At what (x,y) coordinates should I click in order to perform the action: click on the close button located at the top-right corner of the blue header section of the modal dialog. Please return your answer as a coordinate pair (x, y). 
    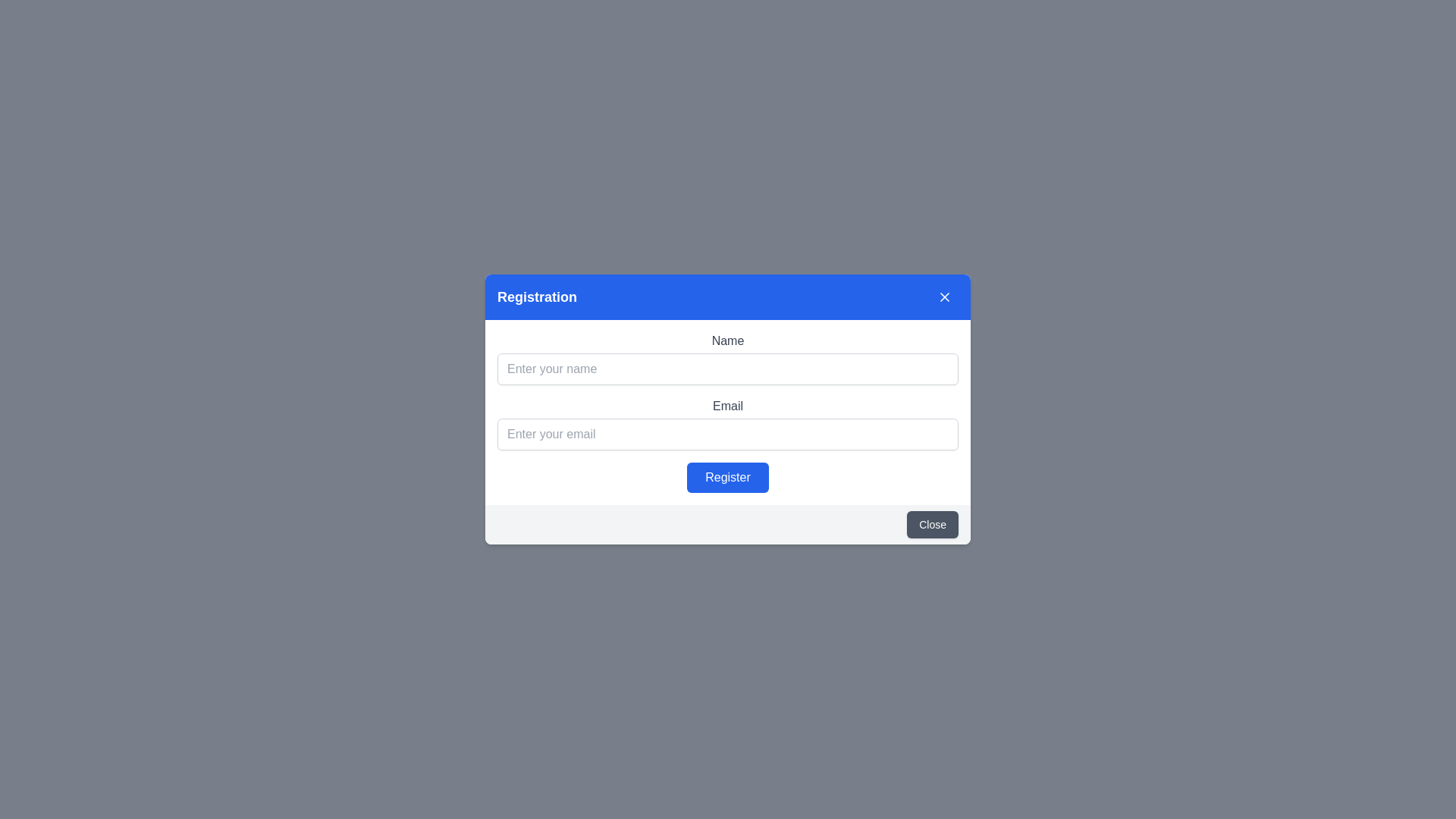
    Looking at the image, I should click on (943, 297).